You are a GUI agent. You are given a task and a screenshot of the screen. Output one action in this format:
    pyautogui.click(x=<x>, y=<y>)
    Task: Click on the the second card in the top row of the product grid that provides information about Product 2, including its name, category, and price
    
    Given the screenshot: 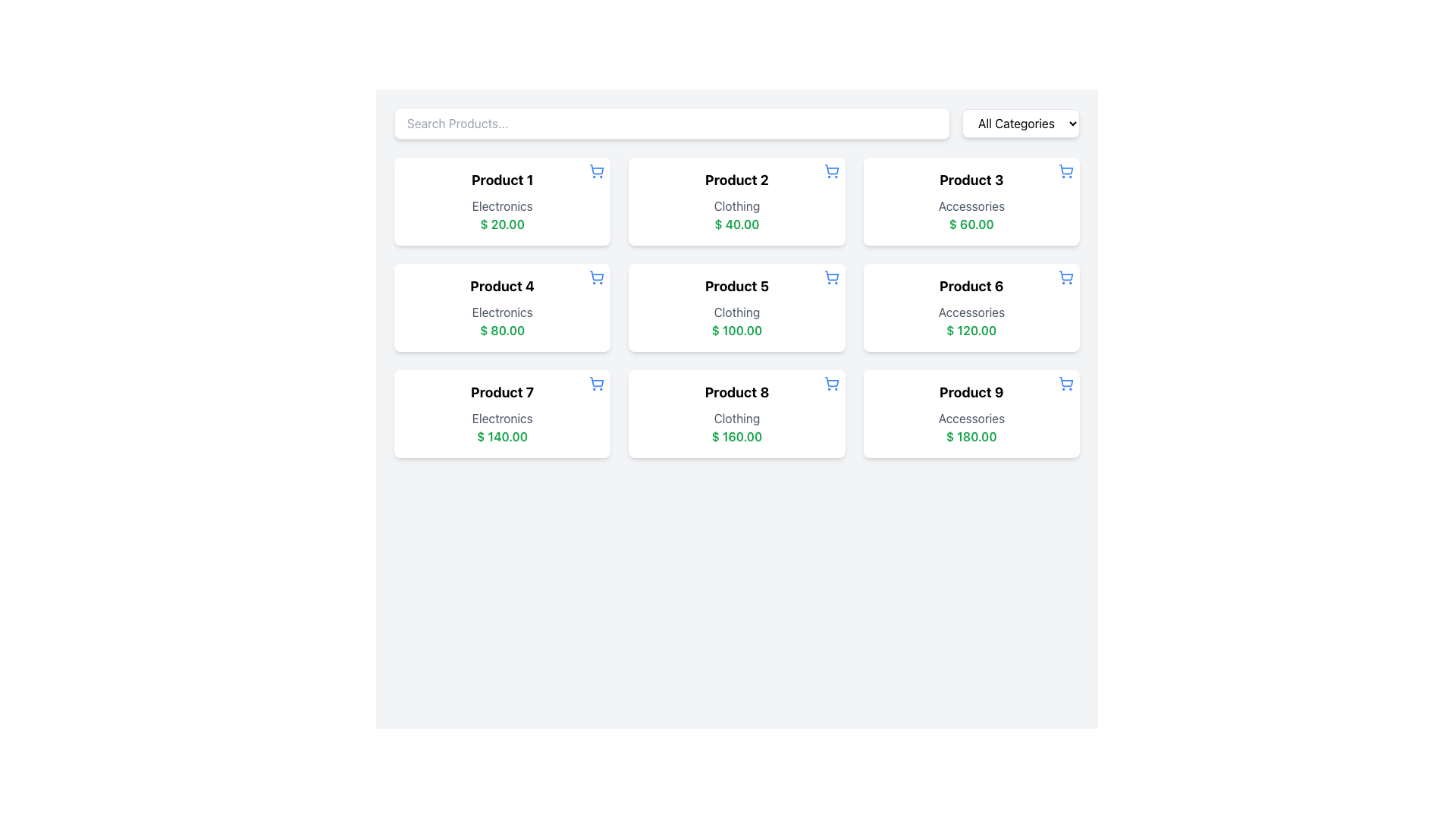 What is the action you would take?
    pyautogui.click(x=736, y=201)
    